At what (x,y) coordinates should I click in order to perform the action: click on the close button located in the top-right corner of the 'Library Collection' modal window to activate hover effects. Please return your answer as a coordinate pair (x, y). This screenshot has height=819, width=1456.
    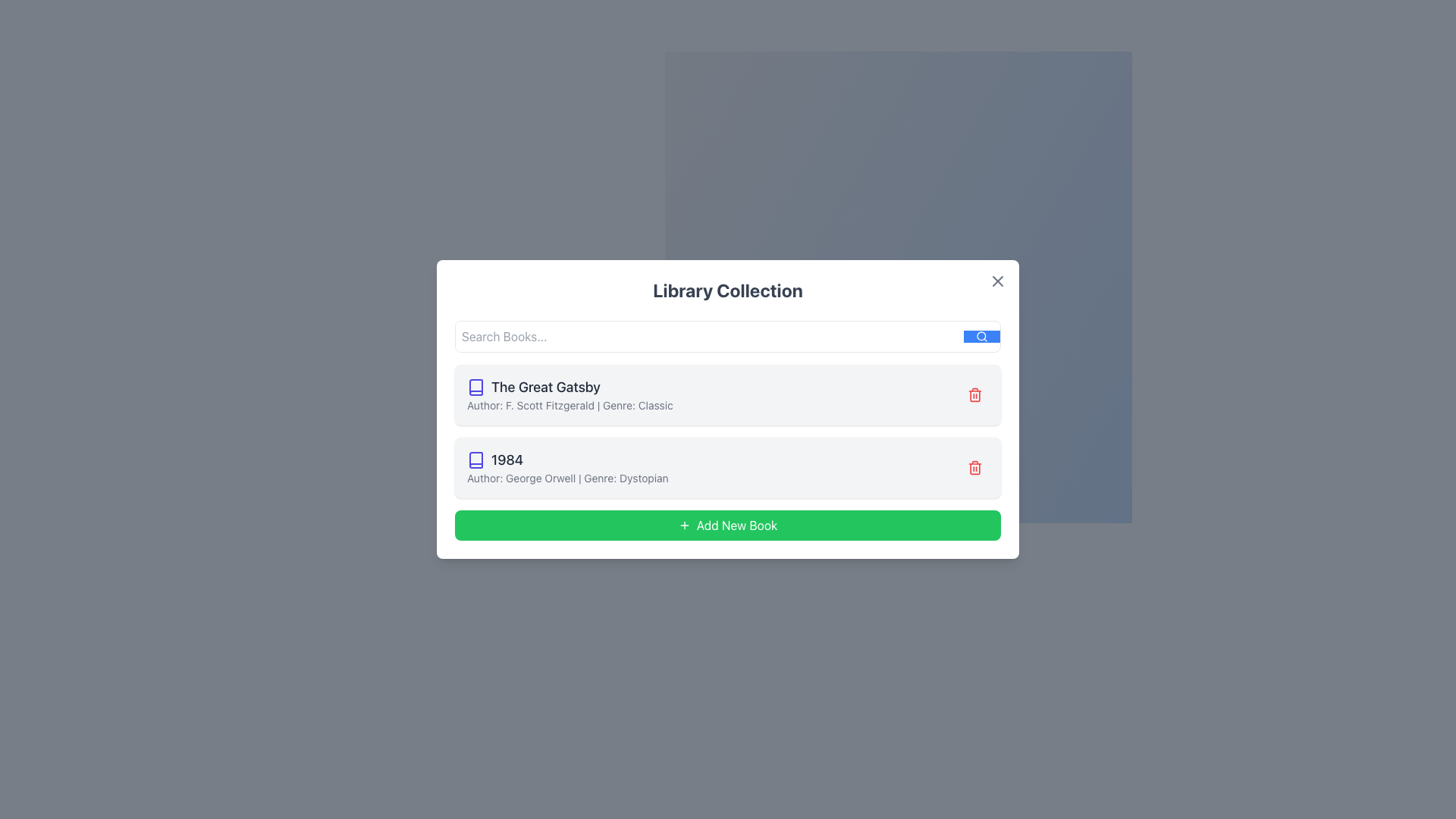
    Looking at the image, I should click on (997, 281).